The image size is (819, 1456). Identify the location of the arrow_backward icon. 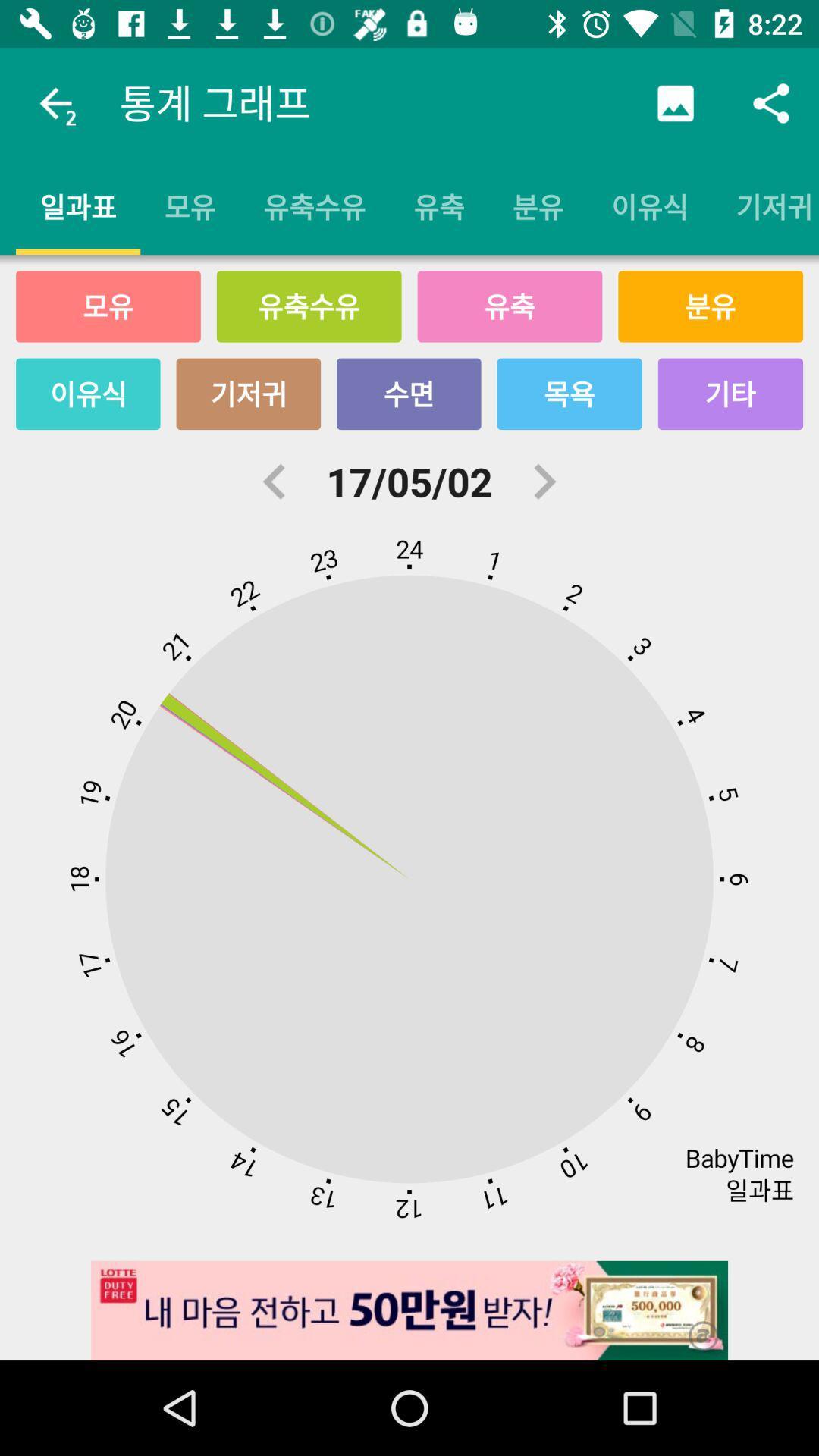
(275, 481).